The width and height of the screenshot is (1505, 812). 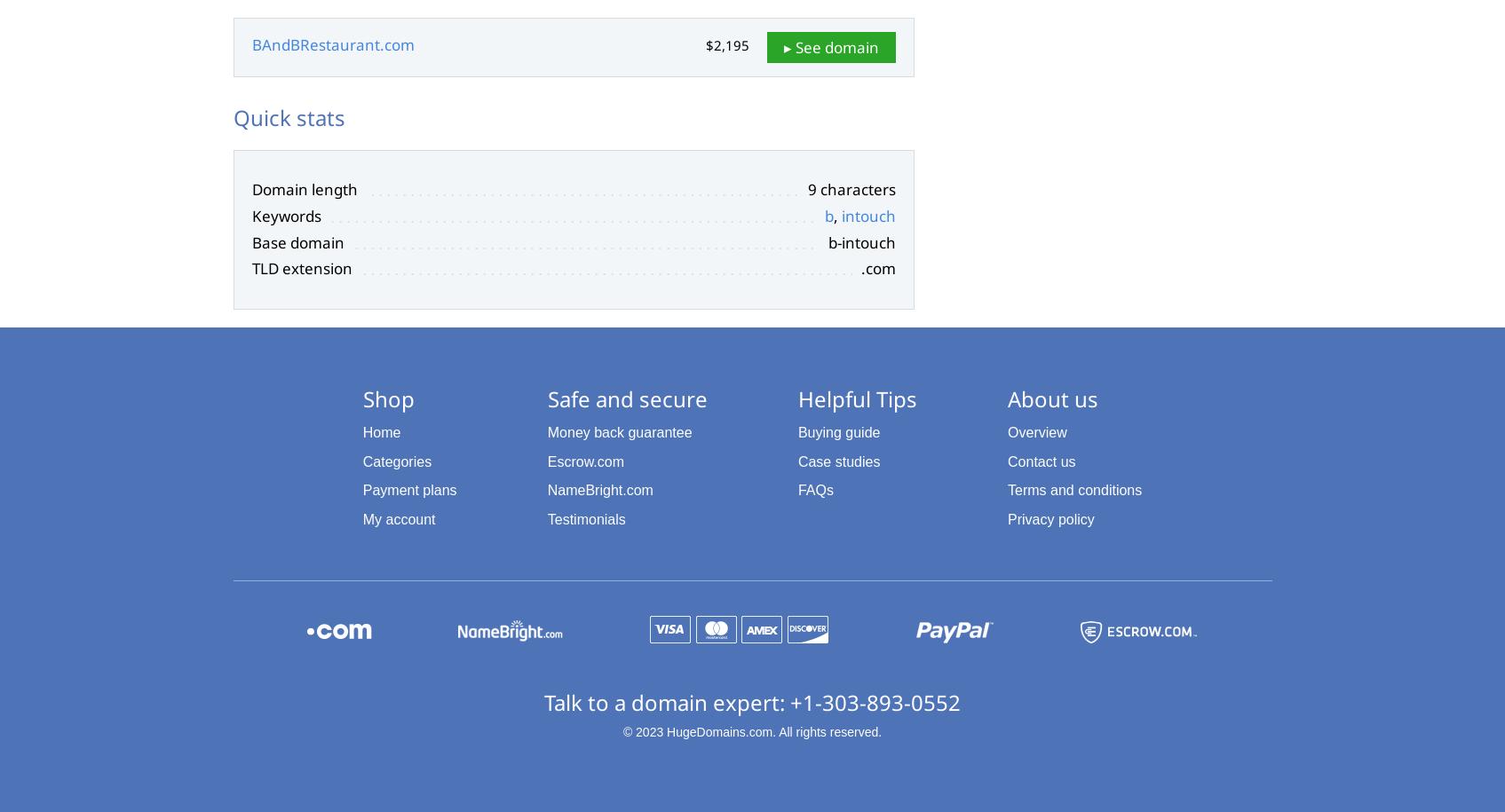 What do you see at coordinates (851, 189) in the screenshot?
I see `'9 characters'` at bounding box center [851, 189].